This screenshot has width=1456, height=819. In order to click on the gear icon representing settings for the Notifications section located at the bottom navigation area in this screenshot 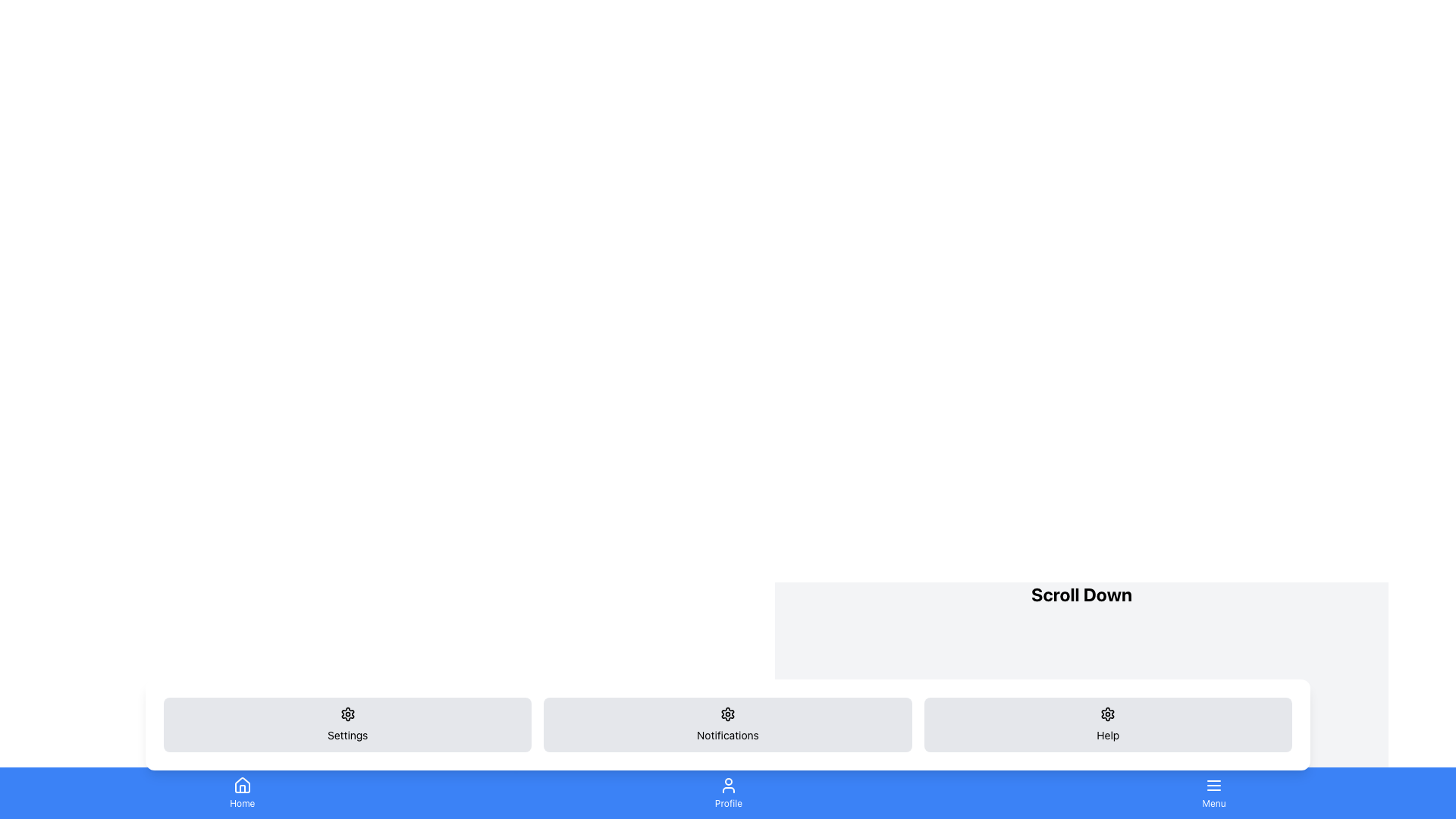, I will do `click(728, 714)`.